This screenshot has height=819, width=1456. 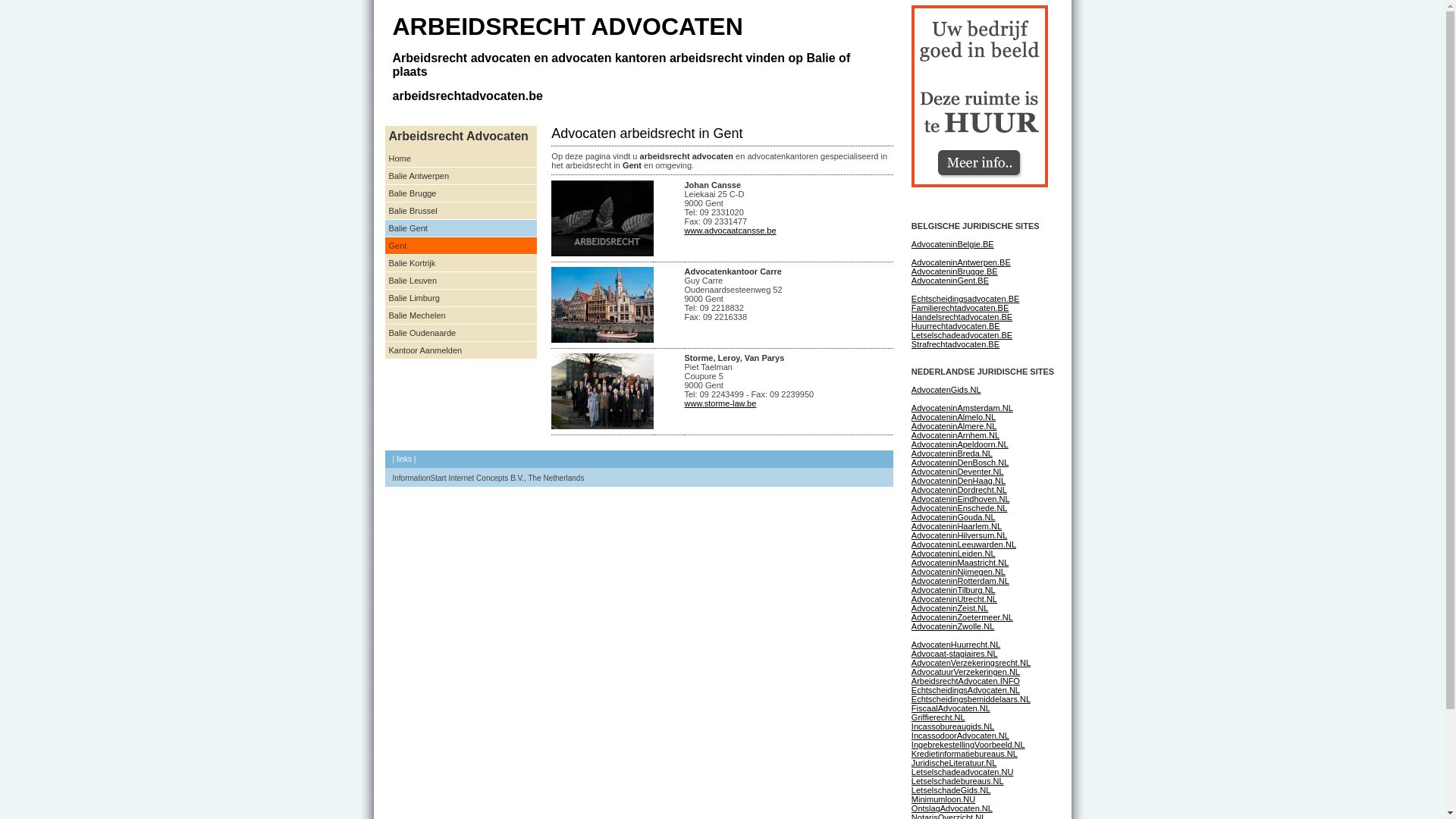 What do you see at coordinates (964, 298) in the screenshot?
I see `'Echtscheidingsadvocaten.BE'` at bounding box center [964, 298].